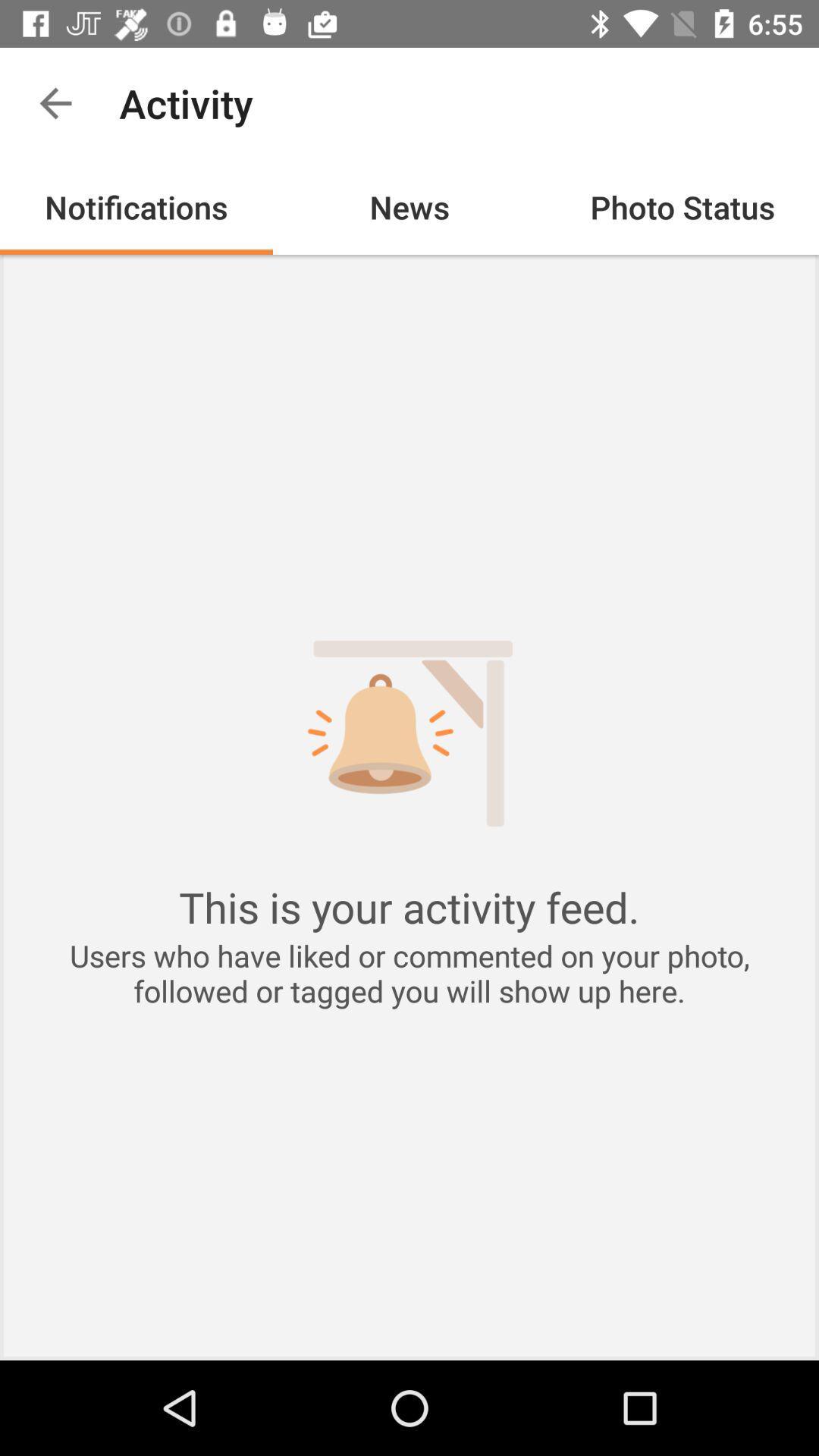 The image size is (819, 1456). I want to click on item above notifications icon, so click(55, 102).